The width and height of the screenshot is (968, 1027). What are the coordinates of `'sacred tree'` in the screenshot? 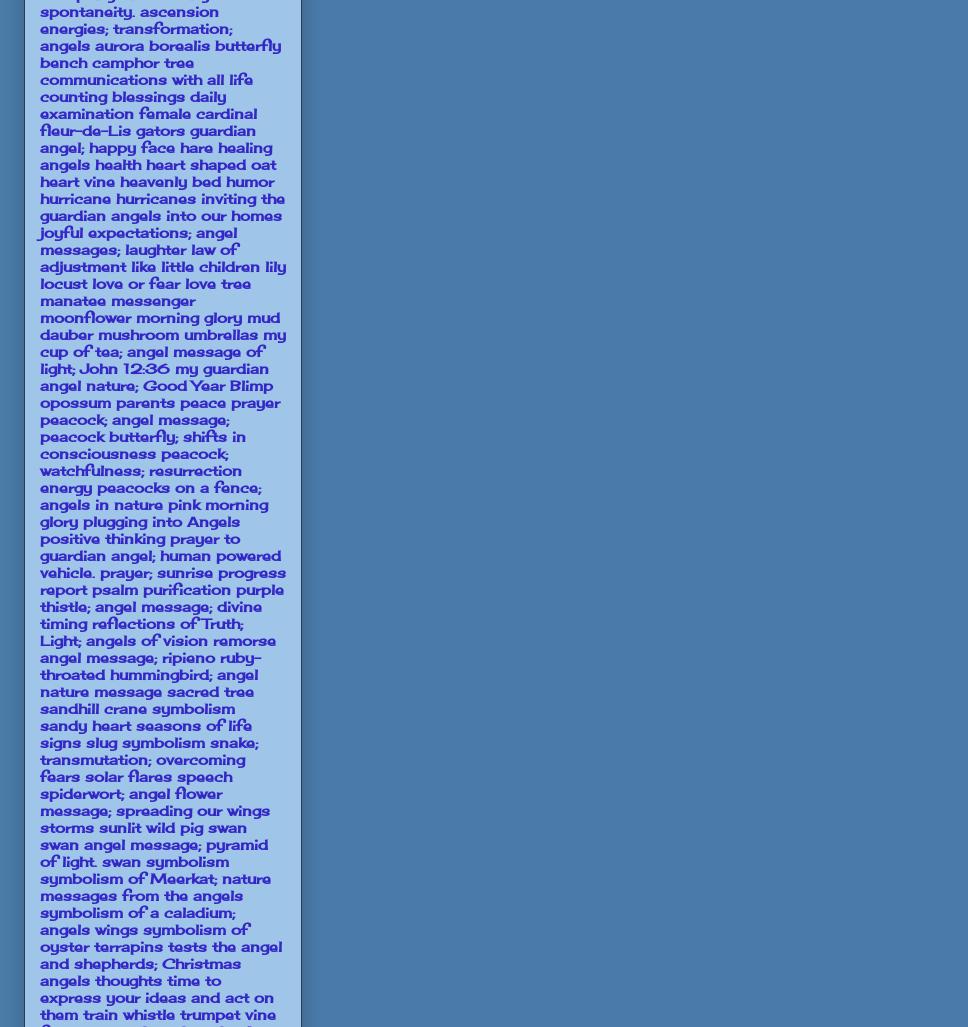 It's located at (209, 690).